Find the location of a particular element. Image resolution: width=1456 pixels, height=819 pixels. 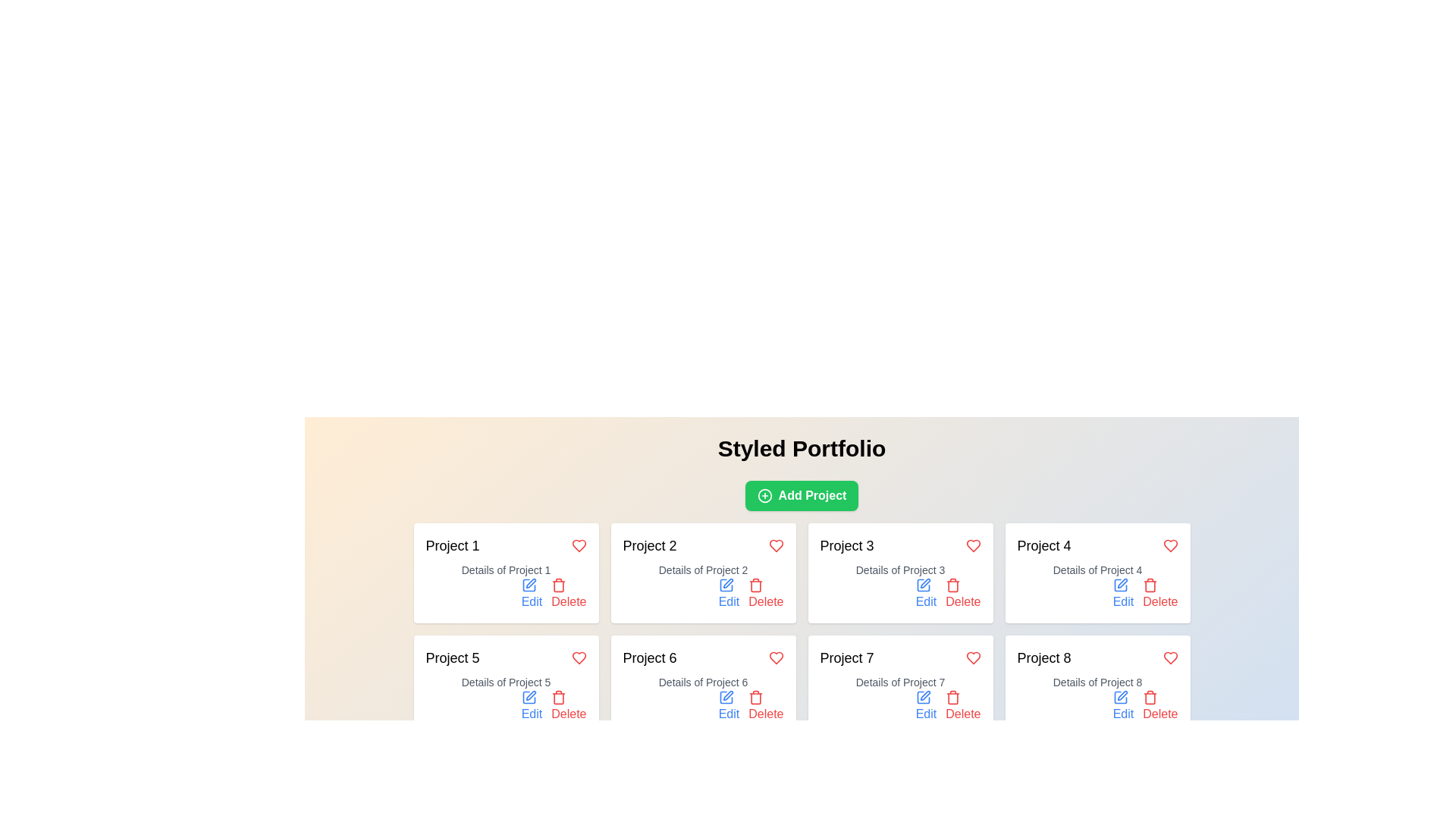

the project card that contains details and options to edit or delete a specific project, located in the second column of the first row in a grid layout is located at coordinates (702, 573).